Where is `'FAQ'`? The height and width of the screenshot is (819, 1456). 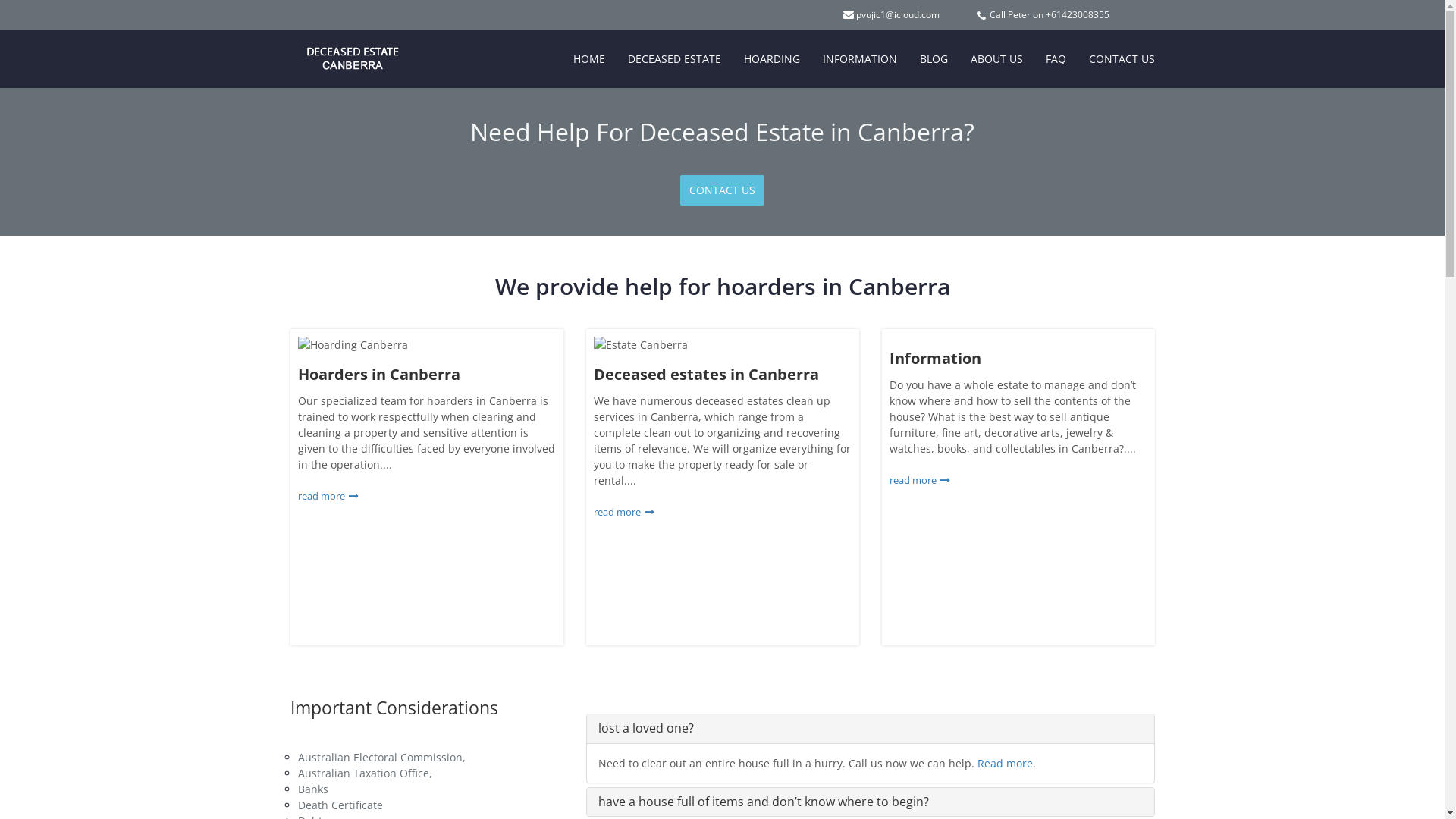
'FAQ' is located at coordinates (1055, 58).